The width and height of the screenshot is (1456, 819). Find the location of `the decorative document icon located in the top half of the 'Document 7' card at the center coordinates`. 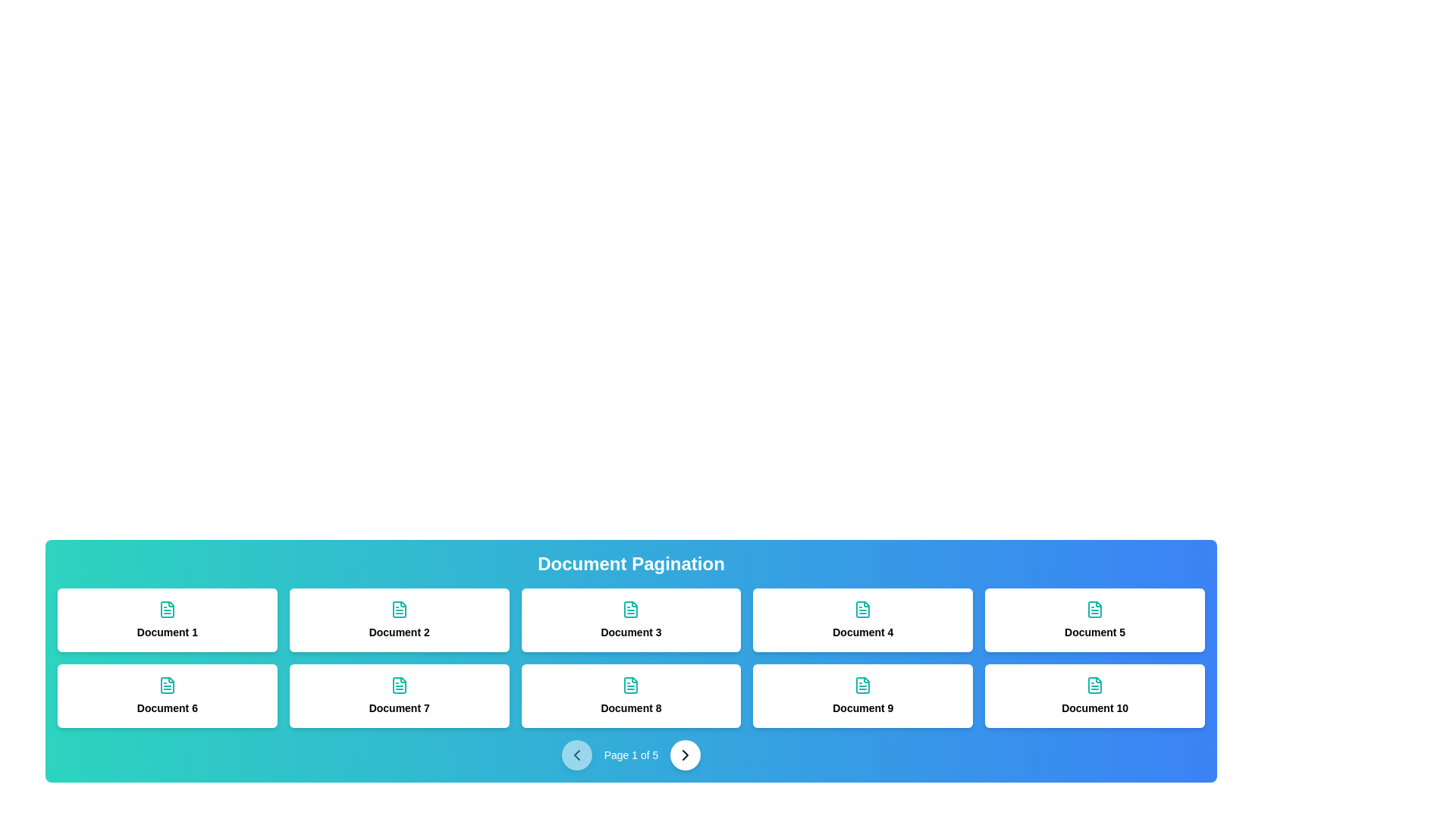

the decorative document icon located in the top half of the 'Document 7' card at the center coordinates is located at coordinates (399, 685).